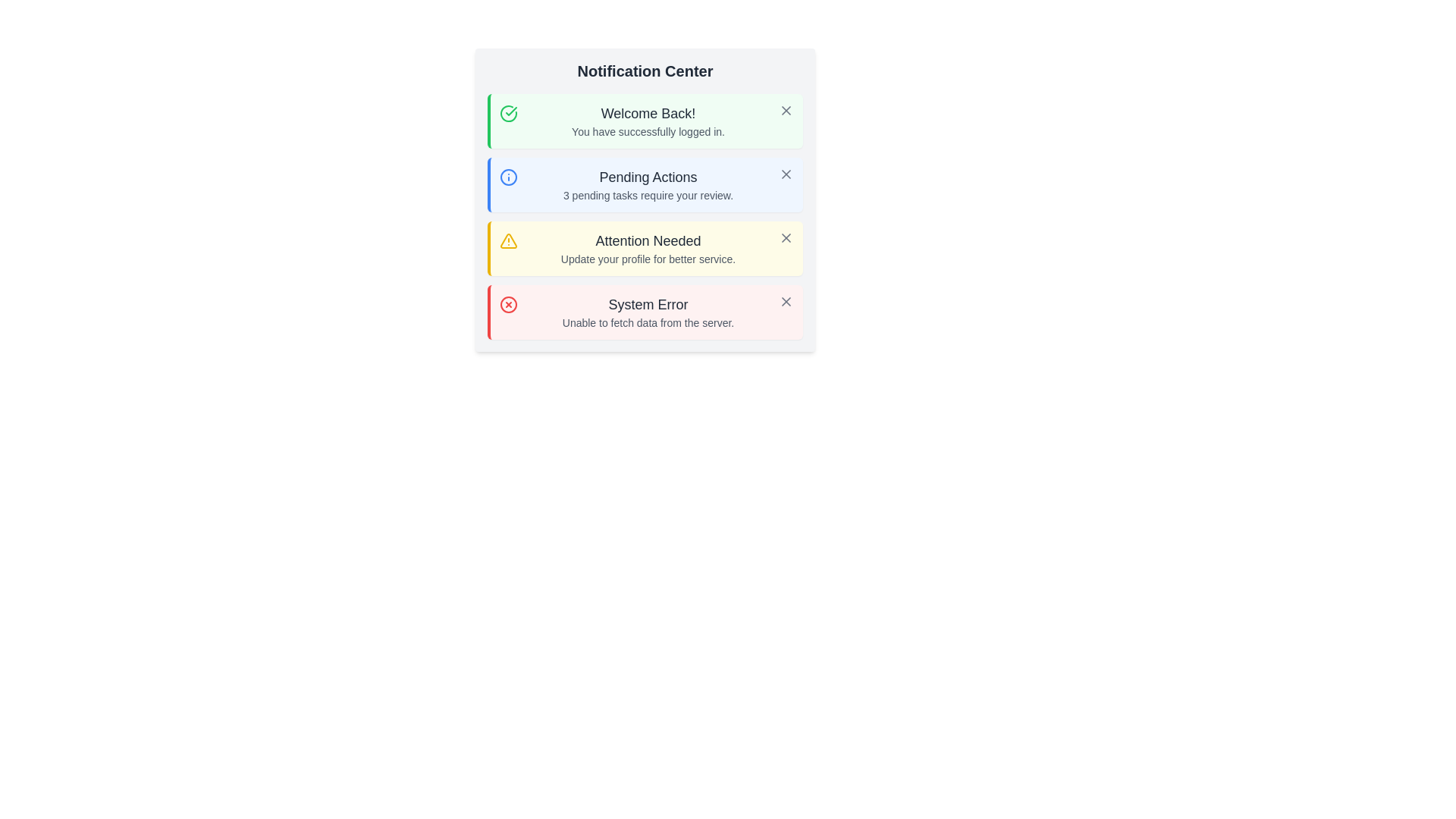  I want to click on the warning indicator icon located in the third section of the notification list, to the left of the heading text 'Attention Needed', which is styled with a yellow background, so click(509, 240).